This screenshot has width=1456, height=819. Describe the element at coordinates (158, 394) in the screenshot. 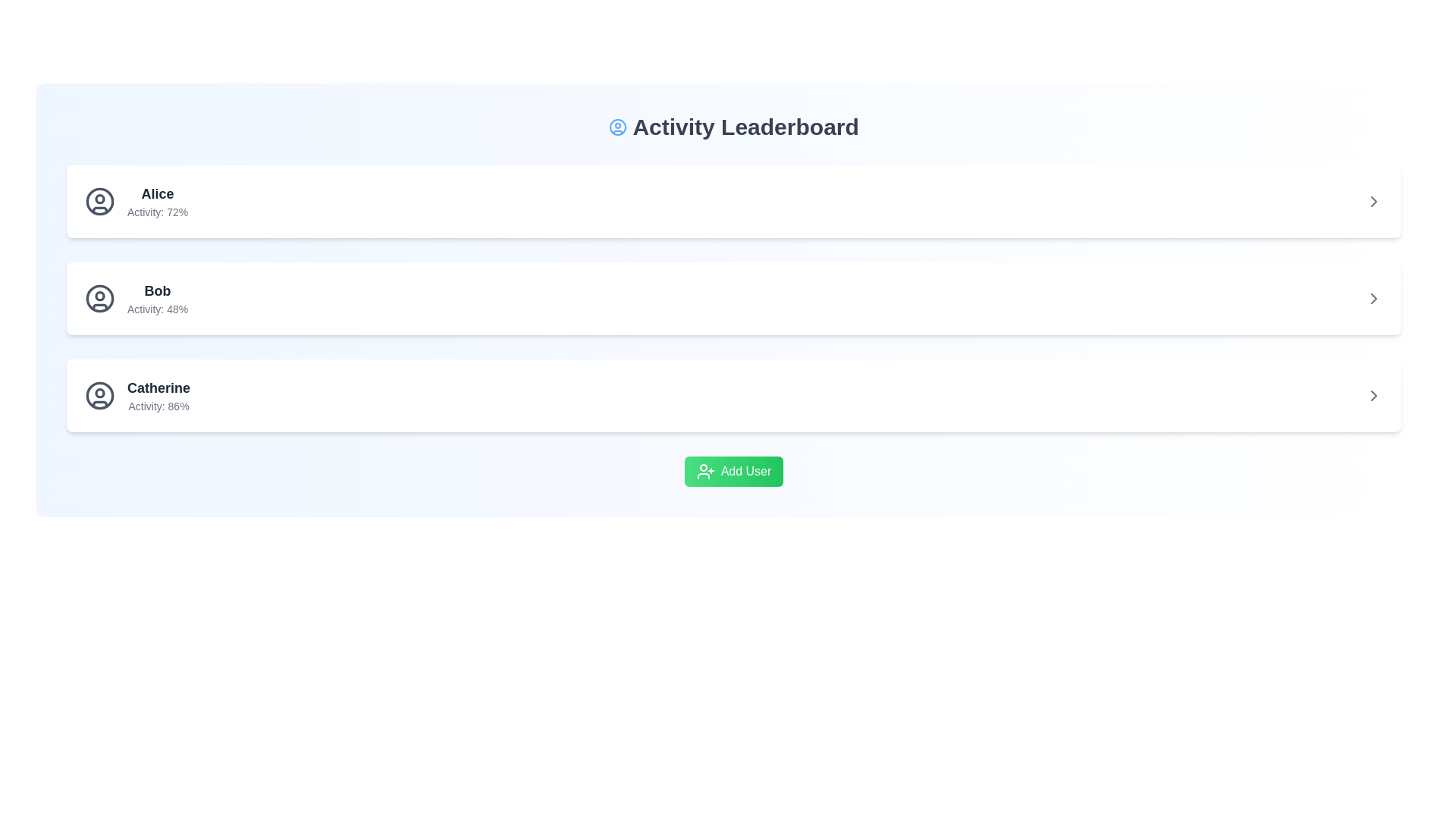

I see `the text label displaying the user name 'Catherine' and their activity percentage '86%'` at that location.